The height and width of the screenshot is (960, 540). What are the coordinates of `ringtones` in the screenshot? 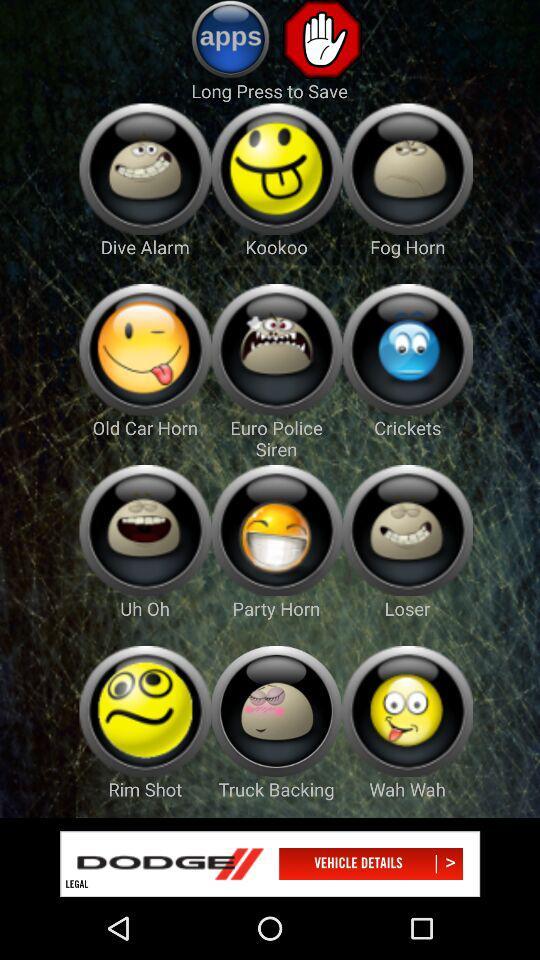 It's located at (144, 349).